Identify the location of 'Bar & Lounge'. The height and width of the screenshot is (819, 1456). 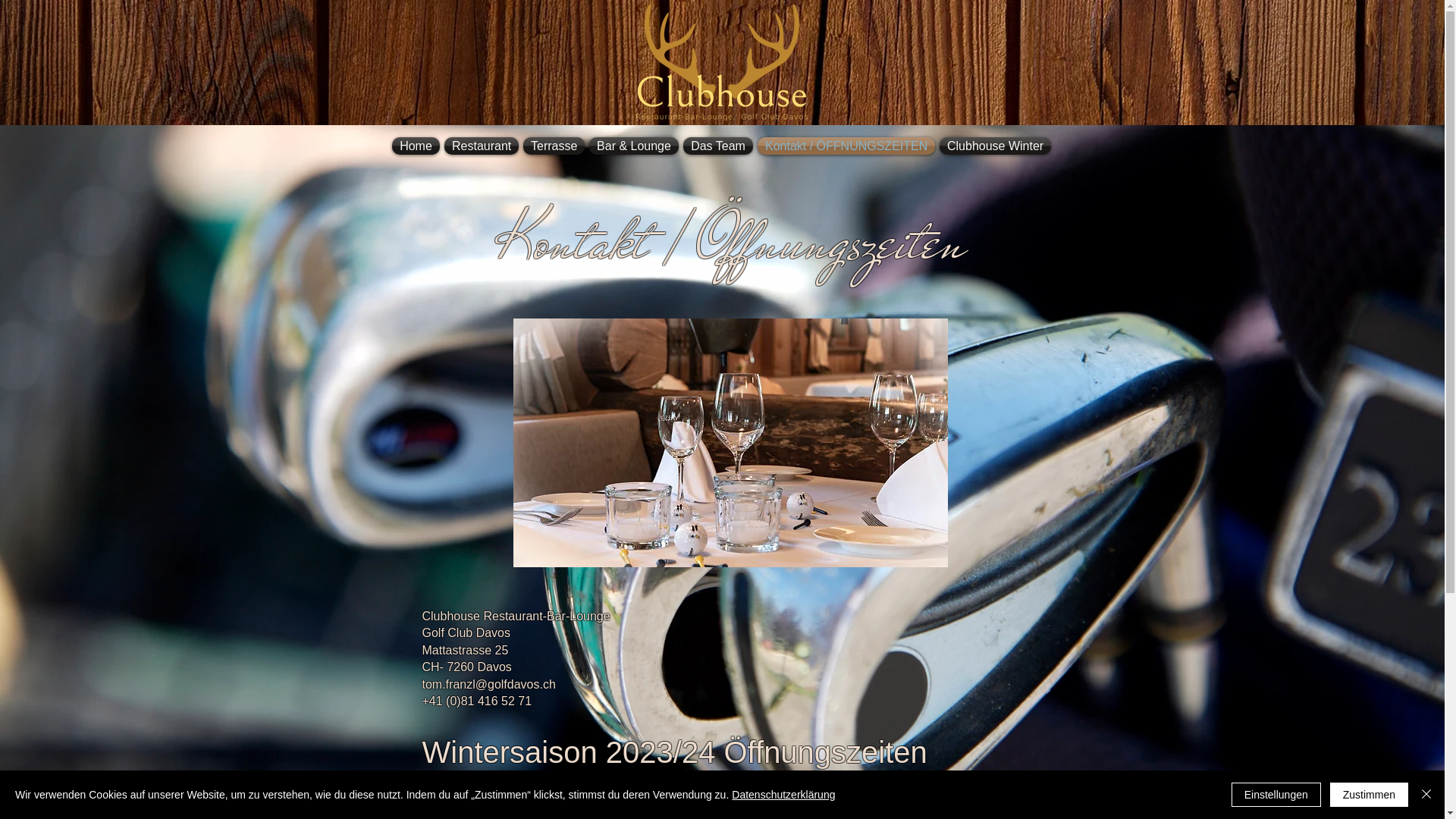
(633, 146).